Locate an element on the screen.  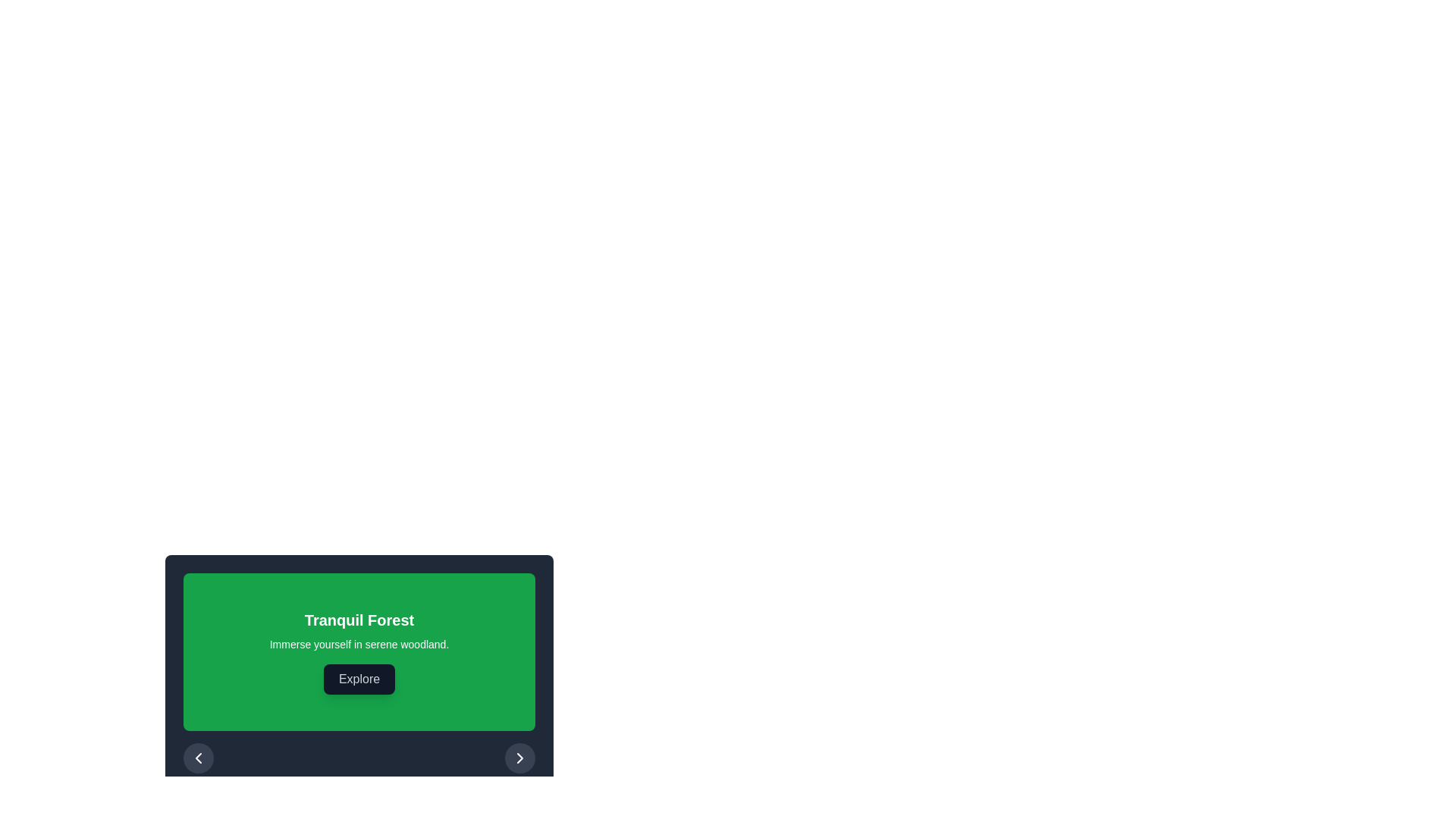
the chevron icon located at the bottom-right corner of the interface section, which is inside a round clickable button with a dark gray background and white border is located at coordinates (520, 758).